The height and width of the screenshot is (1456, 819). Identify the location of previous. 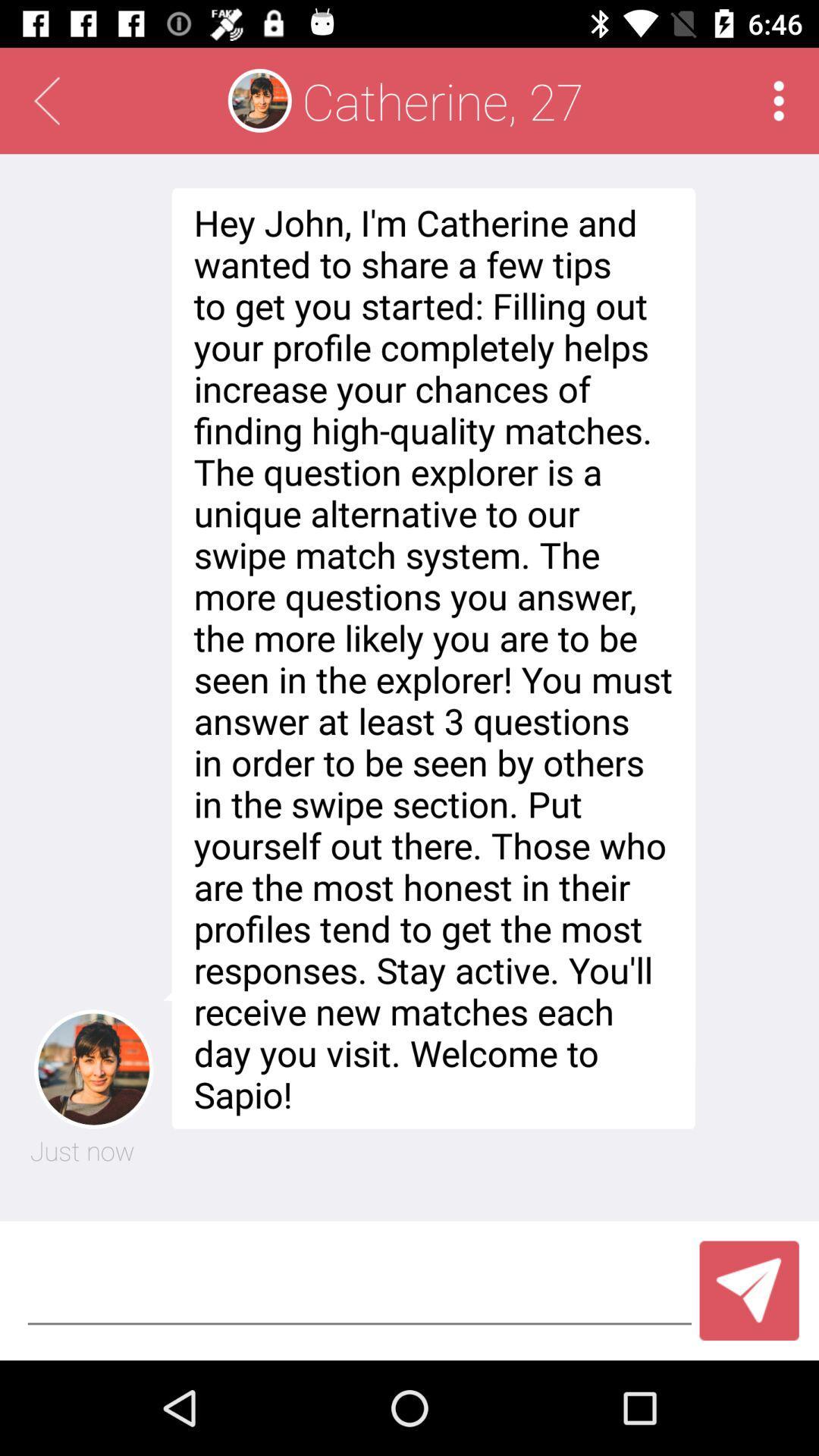
(45, 100).